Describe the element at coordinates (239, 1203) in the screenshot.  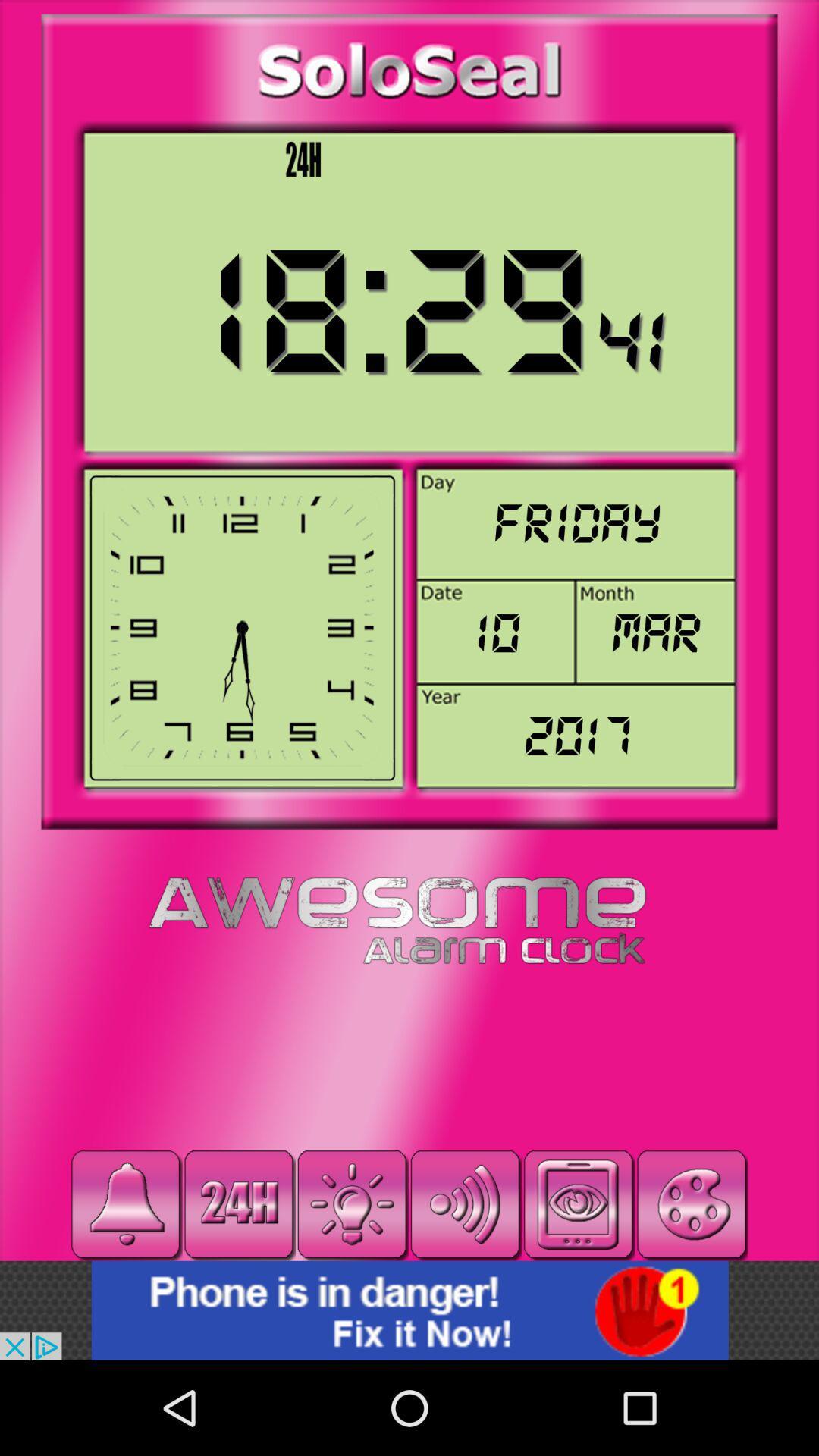
I see `24hr clock mode` at that location.